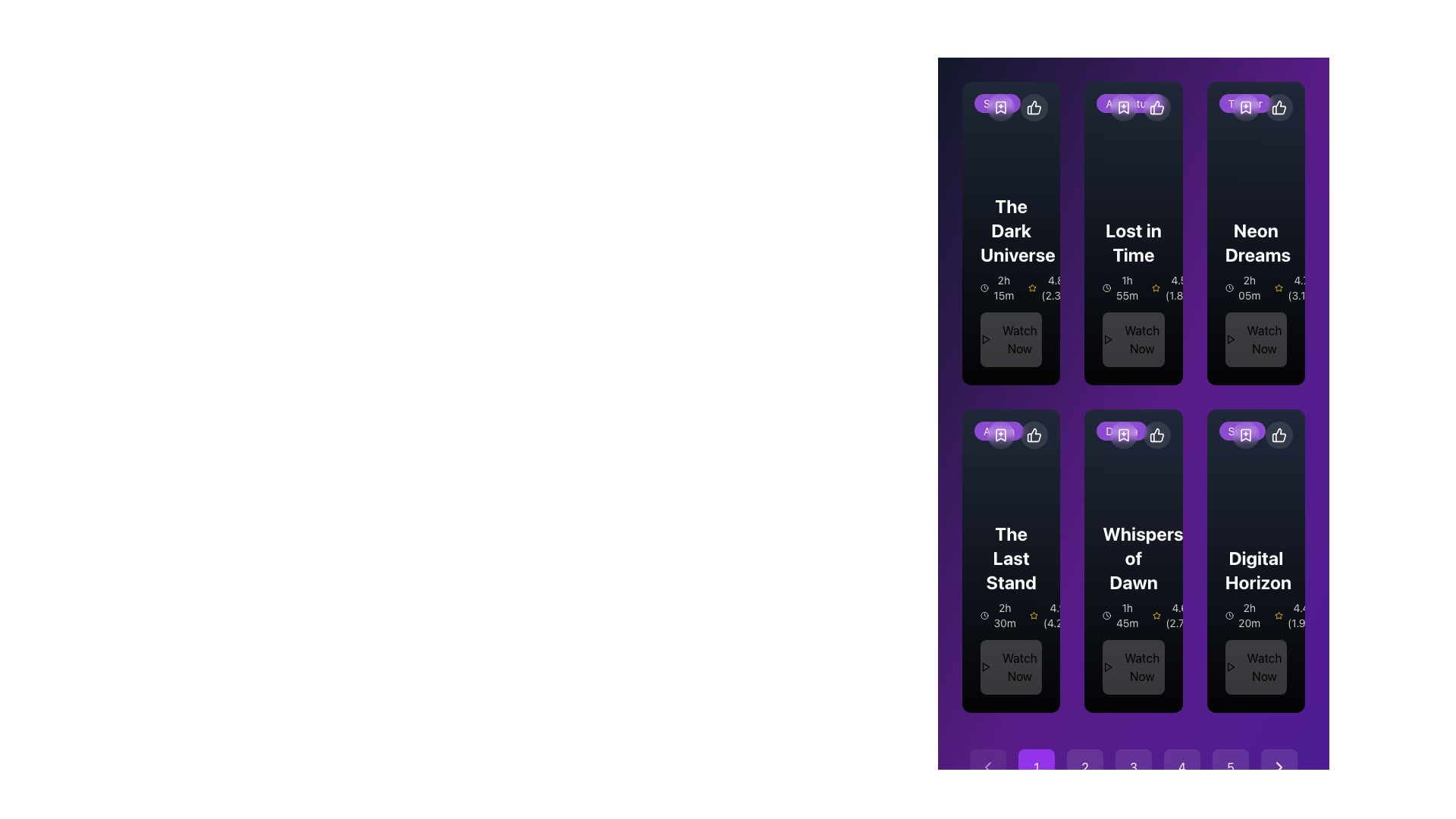 This screenshot has height=819, width=1456. I want to click on the category, so click(1131, 102).